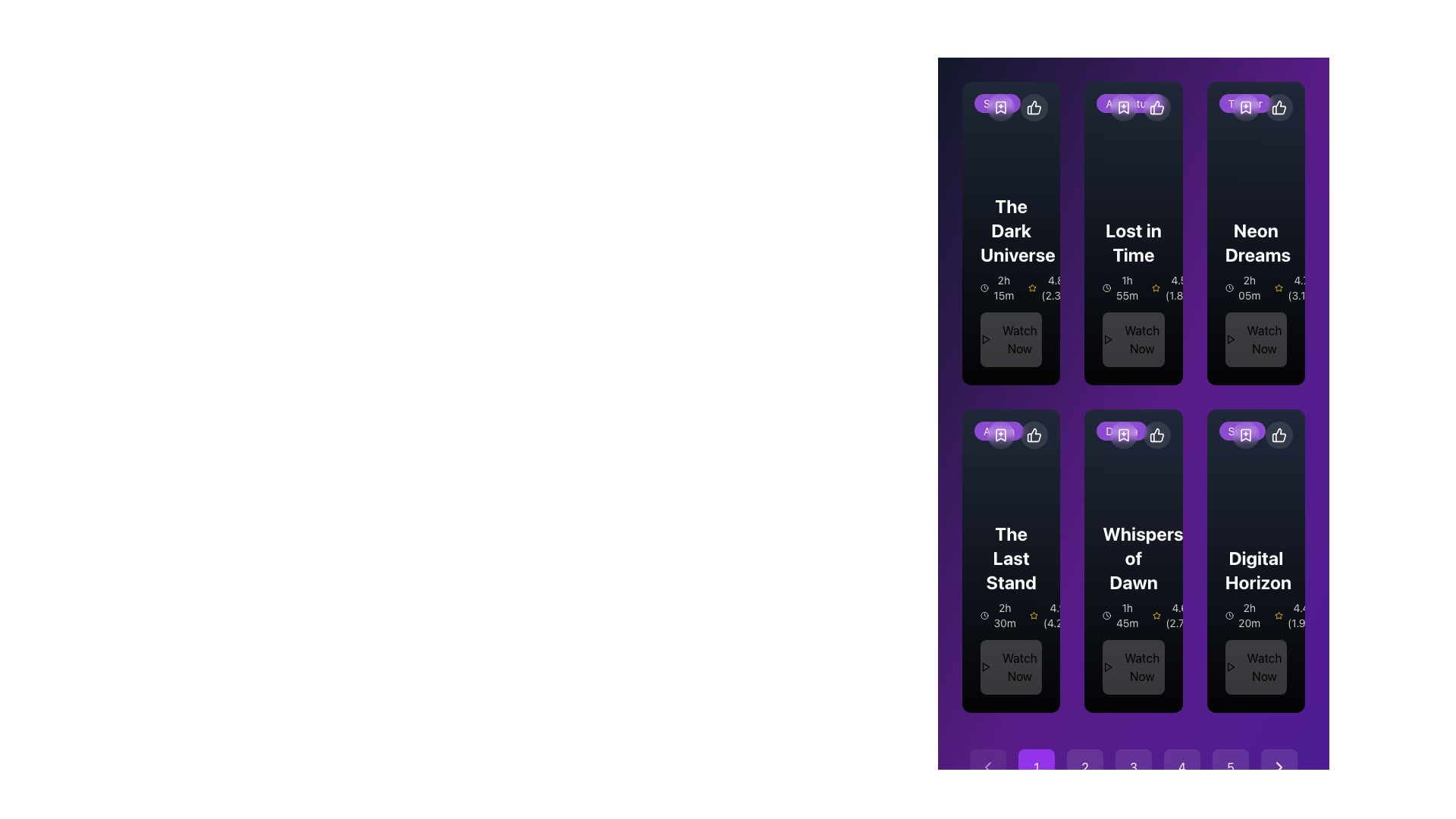 This screenshot has height=819, width=1456. I want to click on the category, so click(1131, 102).